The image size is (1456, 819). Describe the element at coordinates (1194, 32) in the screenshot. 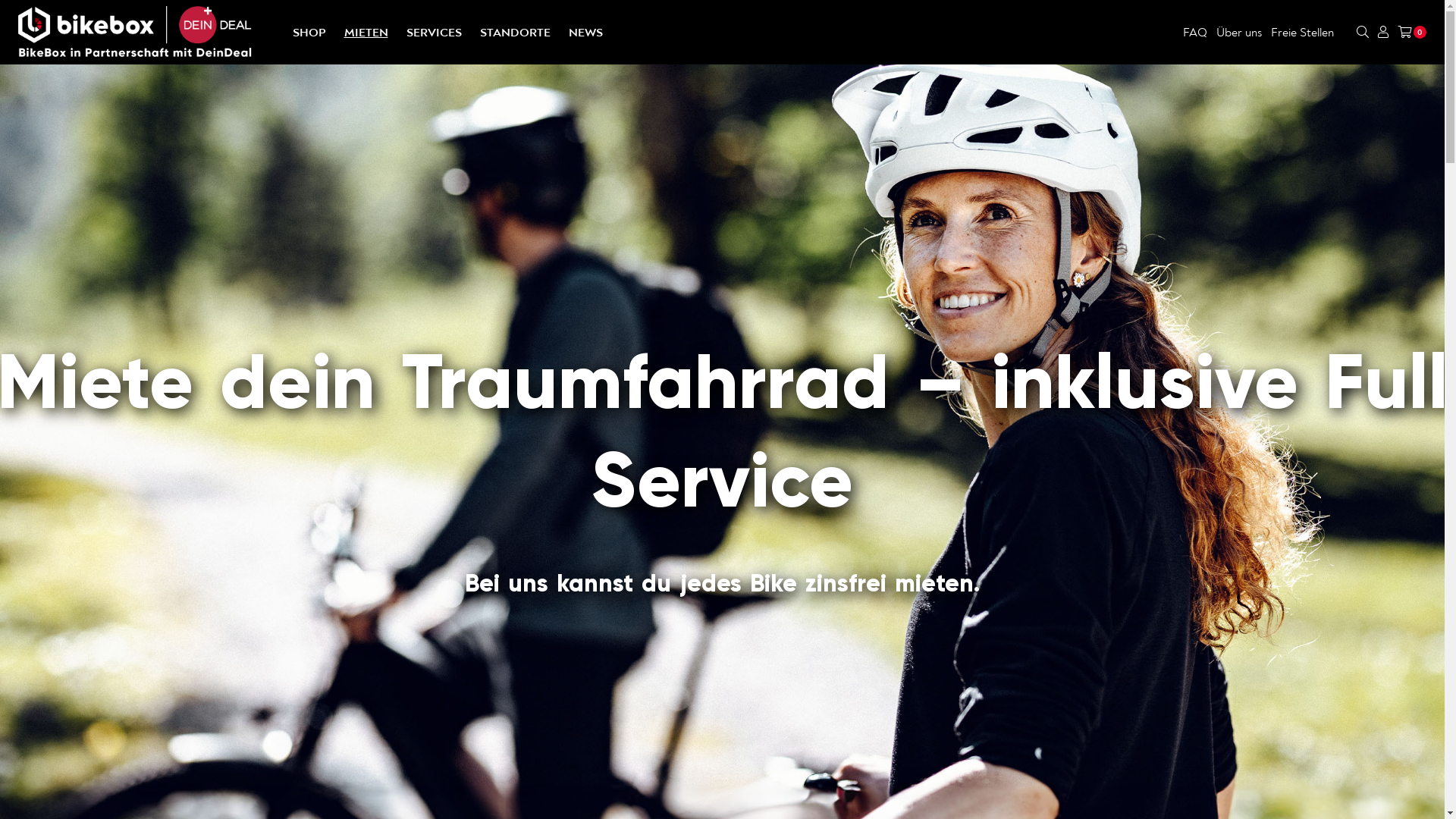

I see `'FAQ'` at that location.